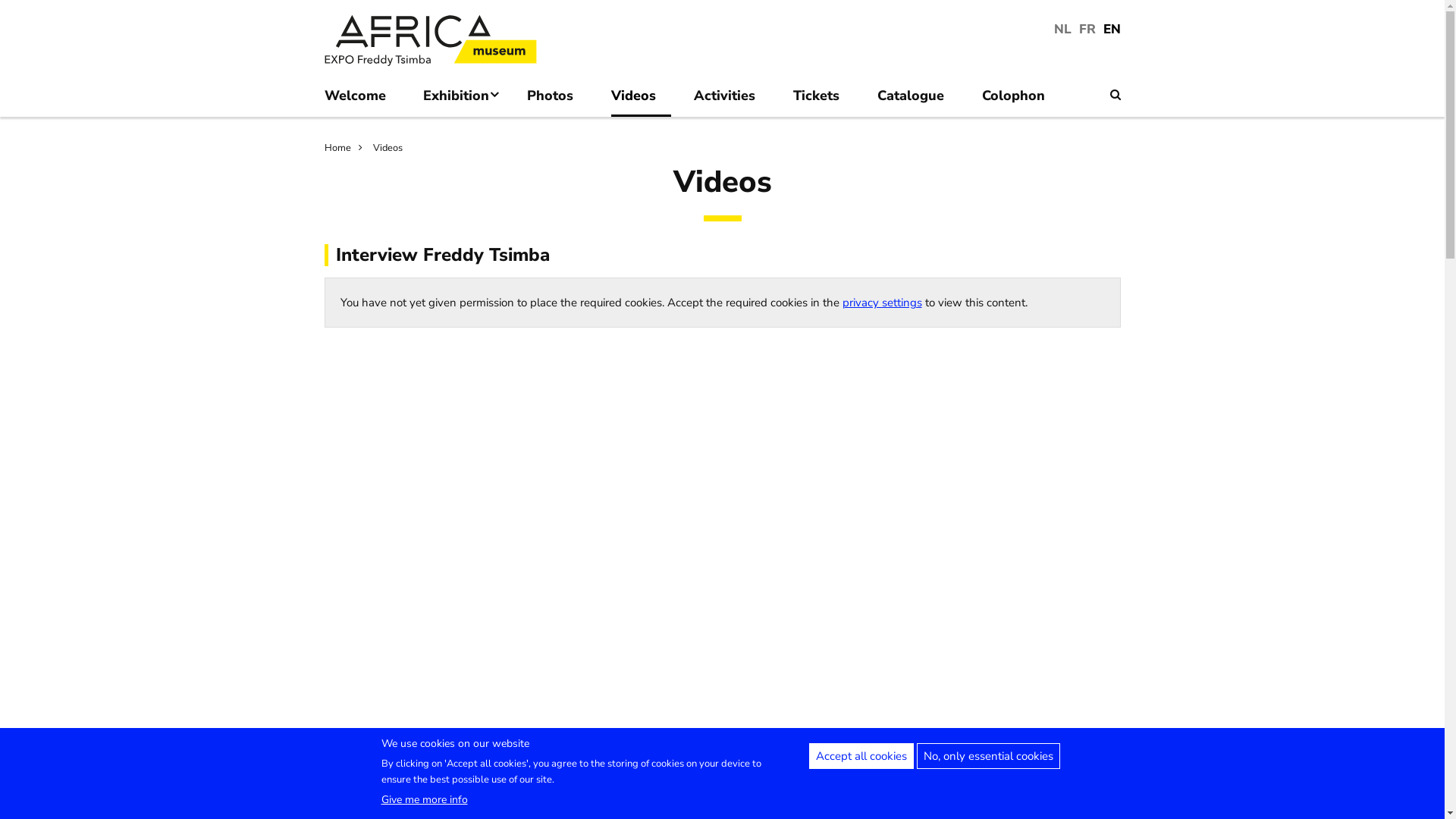  What do you see at coordinates (1115, 94) in the screenshot?
I see `'Search'` at bounding box center [1115, 94].